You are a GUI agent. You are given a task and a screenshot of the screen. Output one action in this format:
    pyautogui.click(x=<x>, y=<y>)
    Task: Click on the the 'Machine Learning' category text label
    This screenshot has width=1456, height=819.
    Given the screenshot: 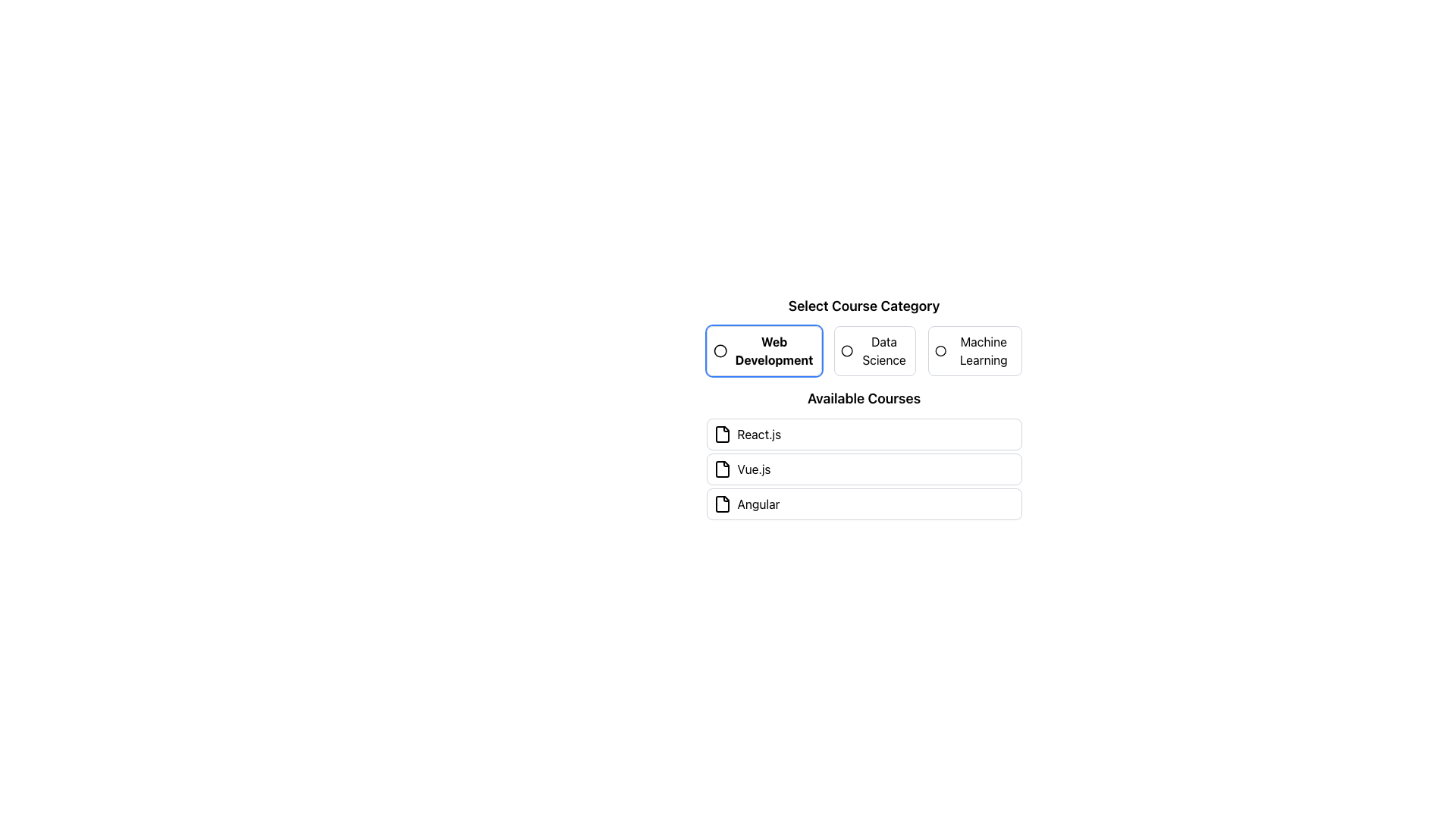 What is the action you would take?
    pyautogui.click(x=984, y=350)
    